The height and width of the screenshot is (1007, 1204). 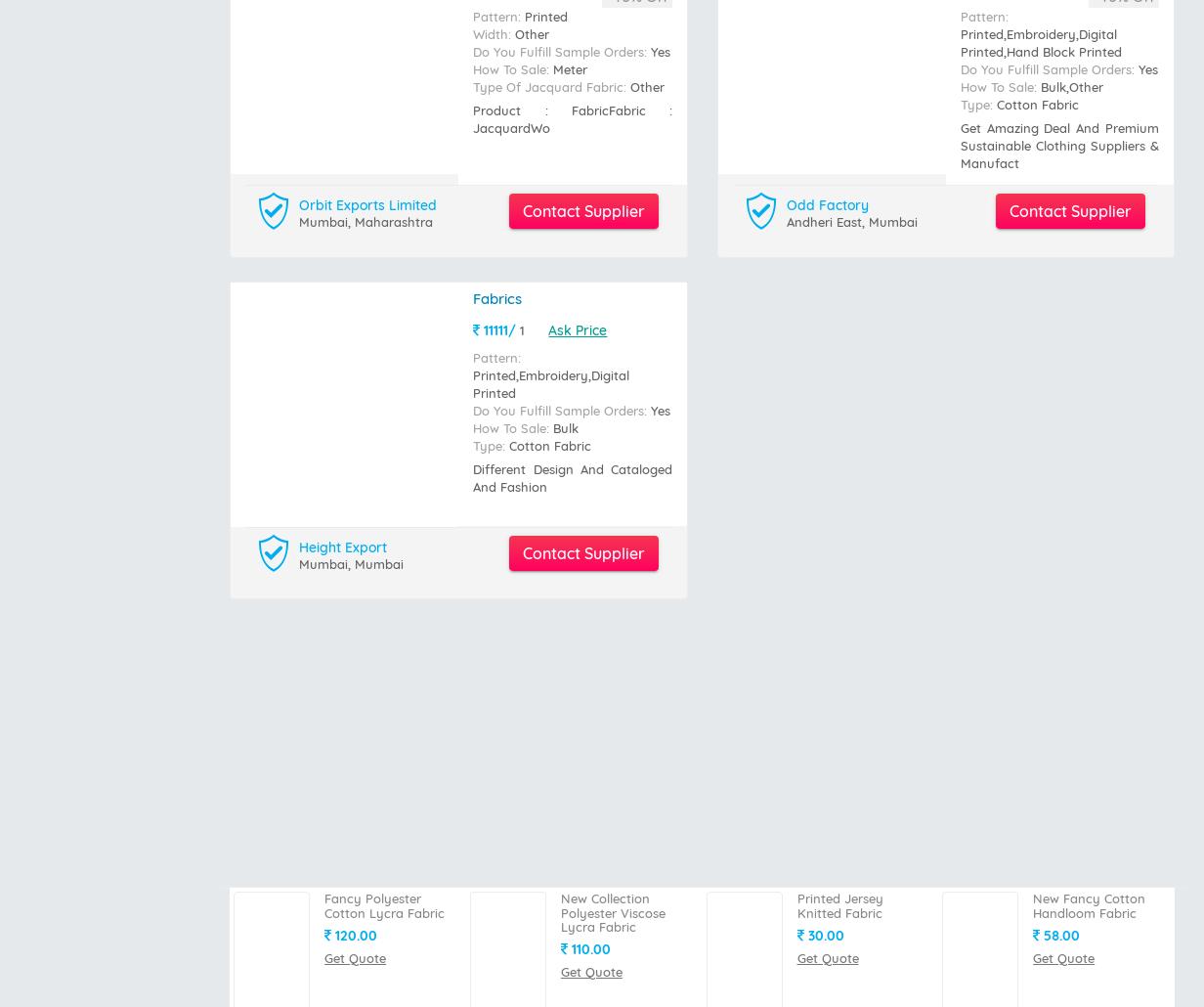 What do you see at coordinates (341, 132) in the screenshot?
I see `'surat, gujarat'` at bounding box center [341, 132].